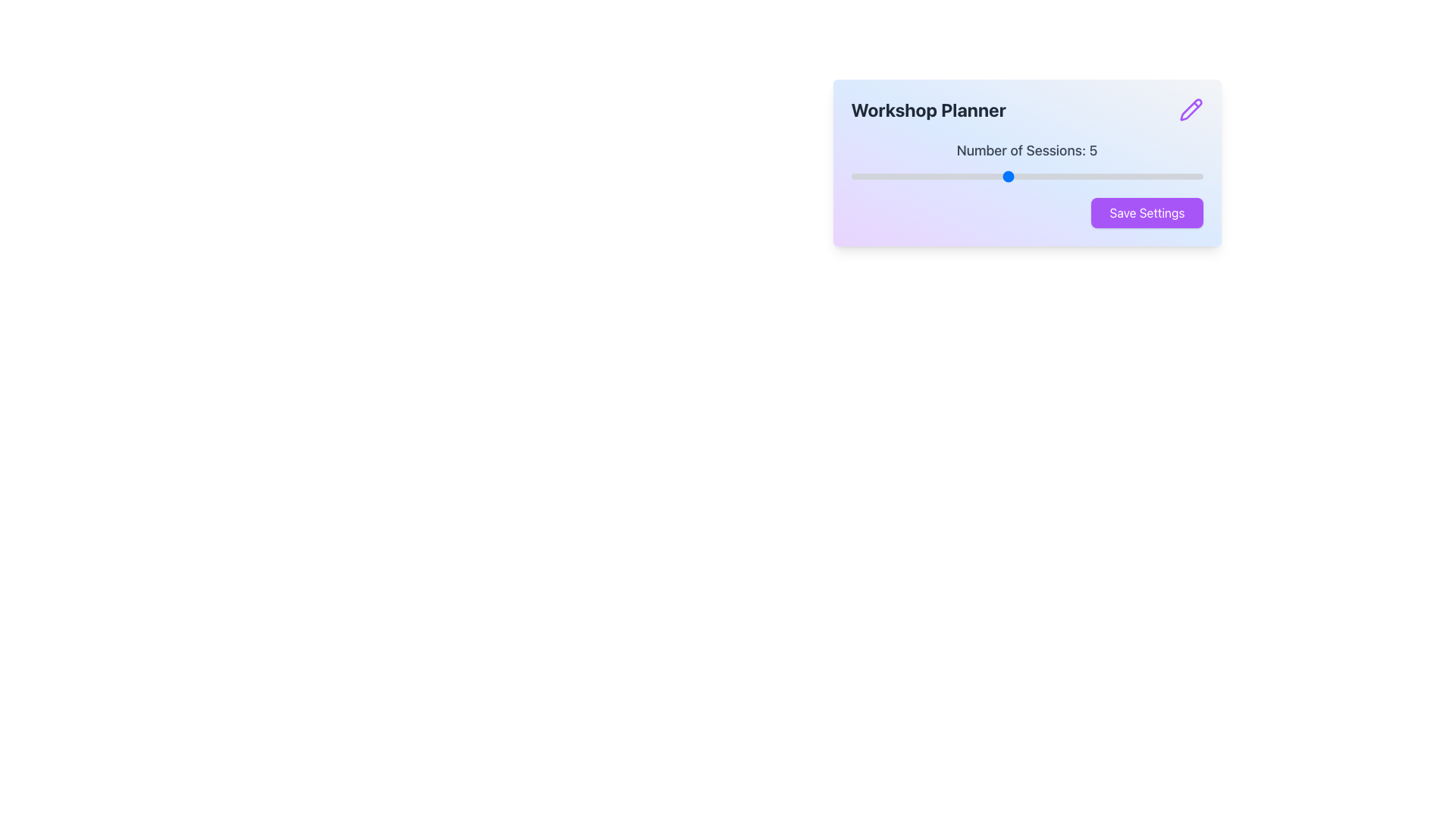 Image resolution: width=1456 pixels, height=819 pixels. What do you see at coordinates (1190, 109) in the screenshot?
I see `the edit icon located in the top-right corner of the light blue 'Workshop Planner' content box` at bounding box center [1190, 109].